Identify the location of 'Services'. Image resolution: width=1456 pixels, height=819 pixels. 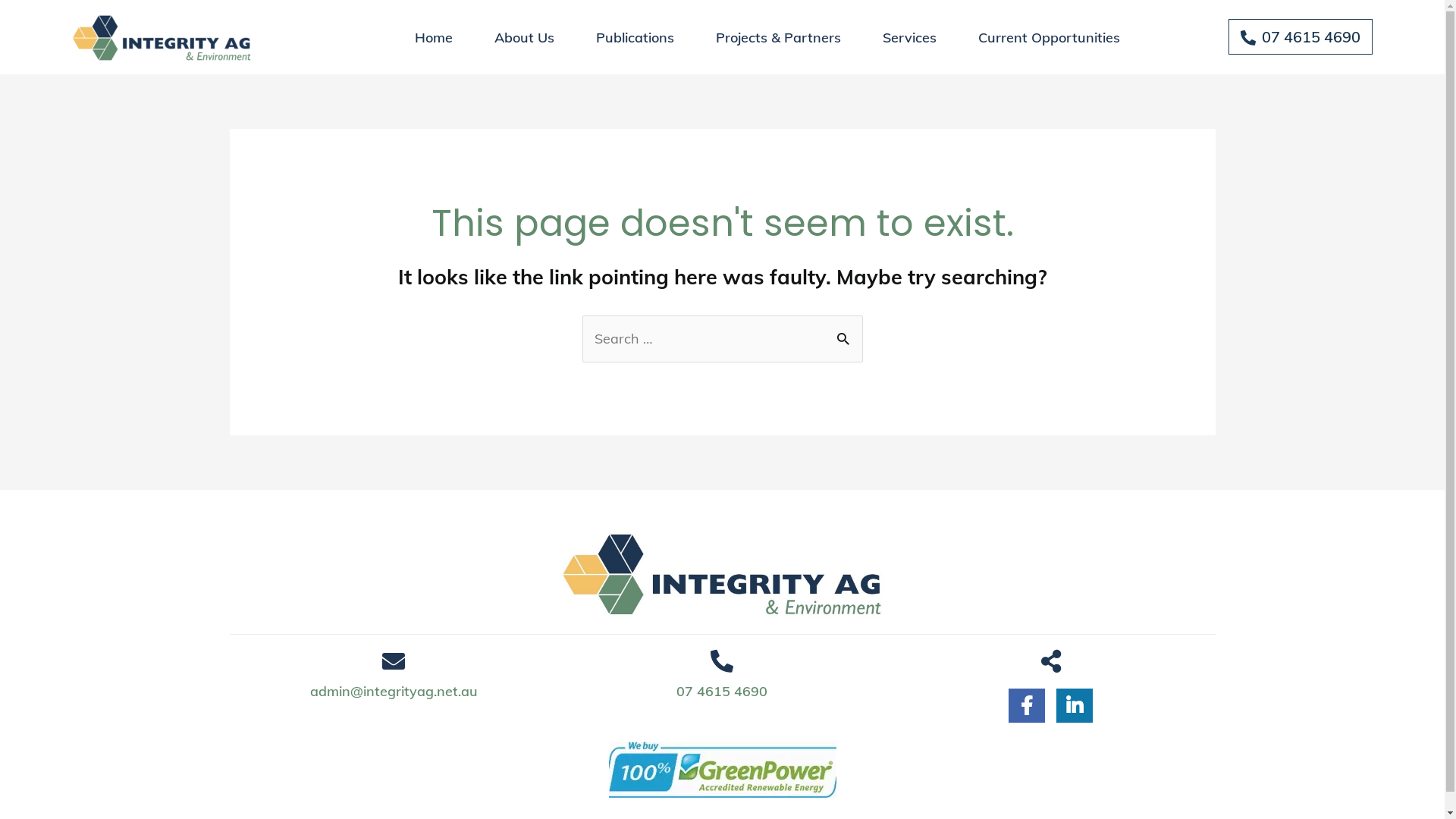
(909, 36).